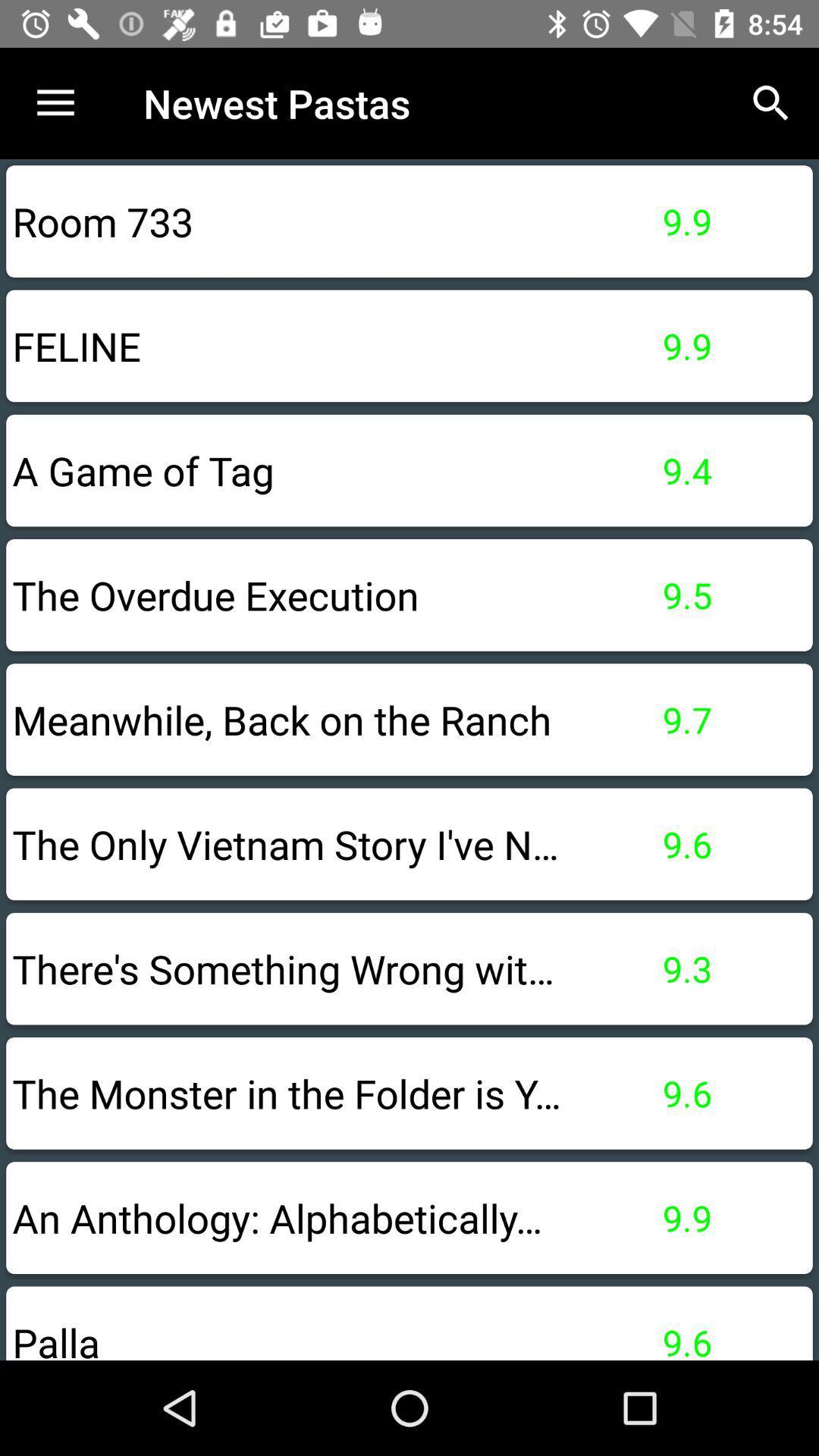  I want to click on icon at the top left corner, so click(55, 102).